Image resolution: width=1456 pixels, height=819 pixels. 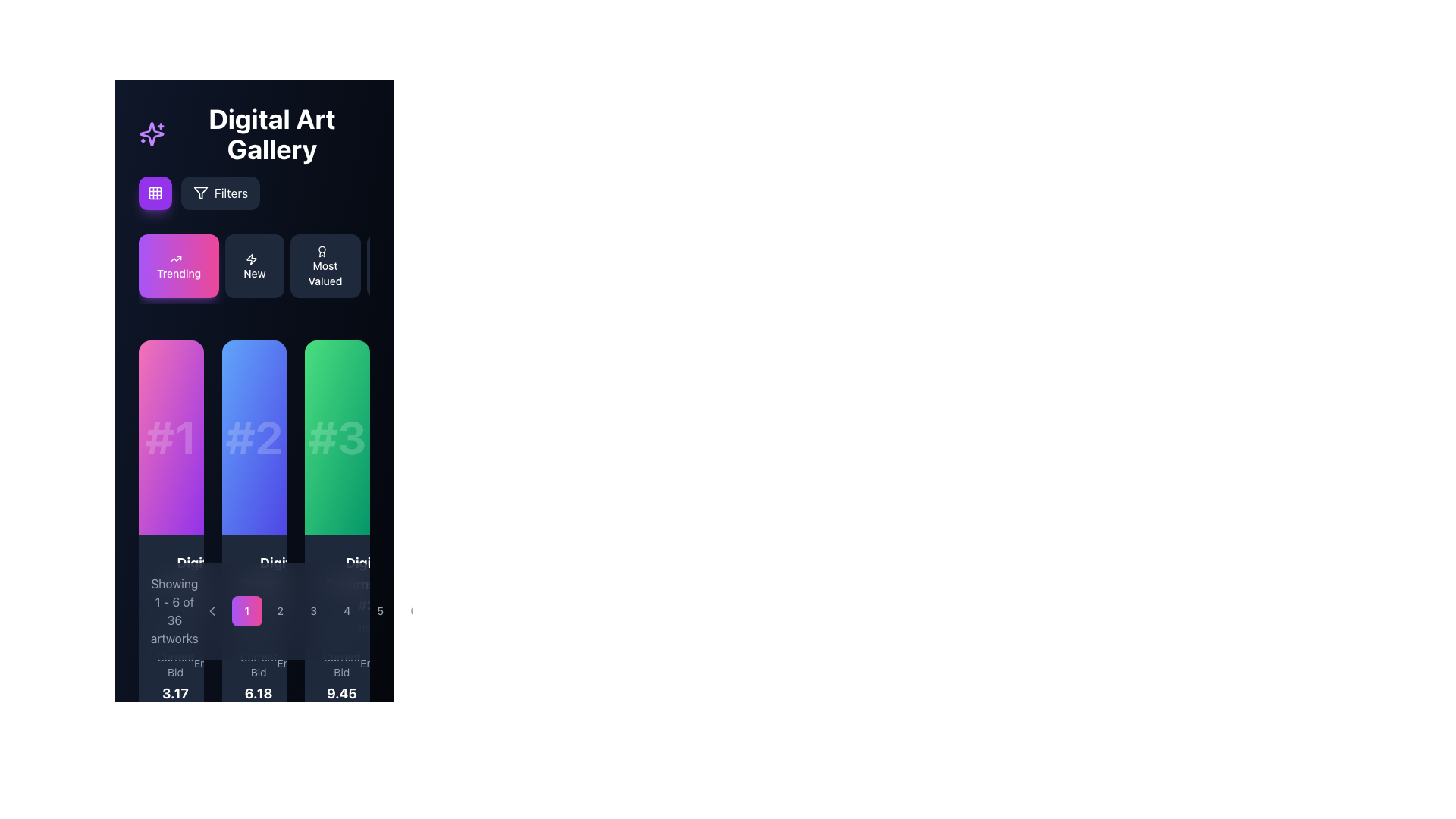 I want to click on the 'New' button SVG icon that visually indicates novelty, located centrally within the button labeled 'New' in the Digital Art Gallery interface, so click(x=251, y=259).